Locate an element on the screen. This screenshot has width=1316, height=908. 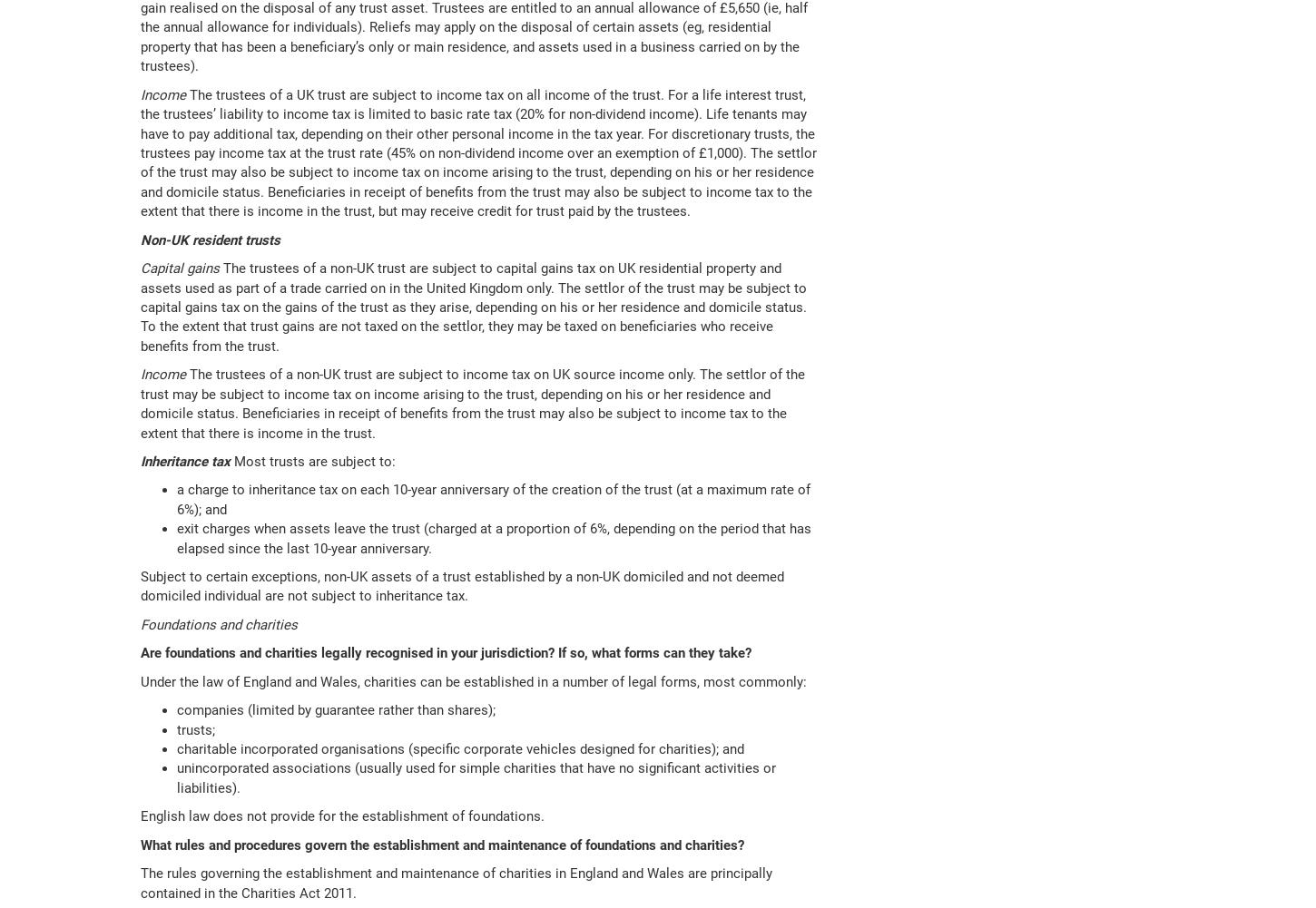
'companies (limited by guarantee rather than shares);' is located at coordinates (335, 709).